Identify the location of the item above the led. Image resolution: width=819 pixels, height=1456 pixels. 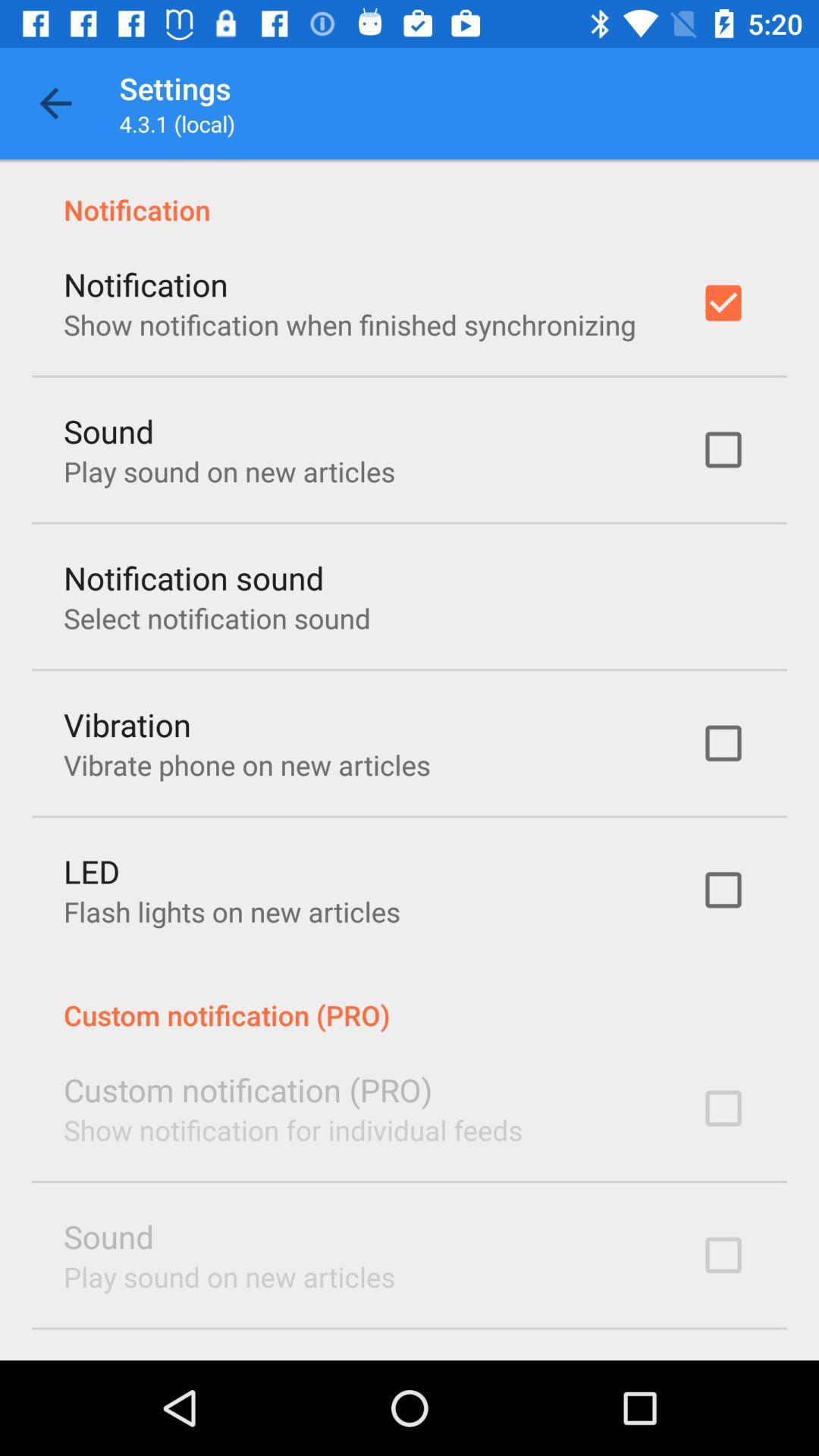
(246, 764).